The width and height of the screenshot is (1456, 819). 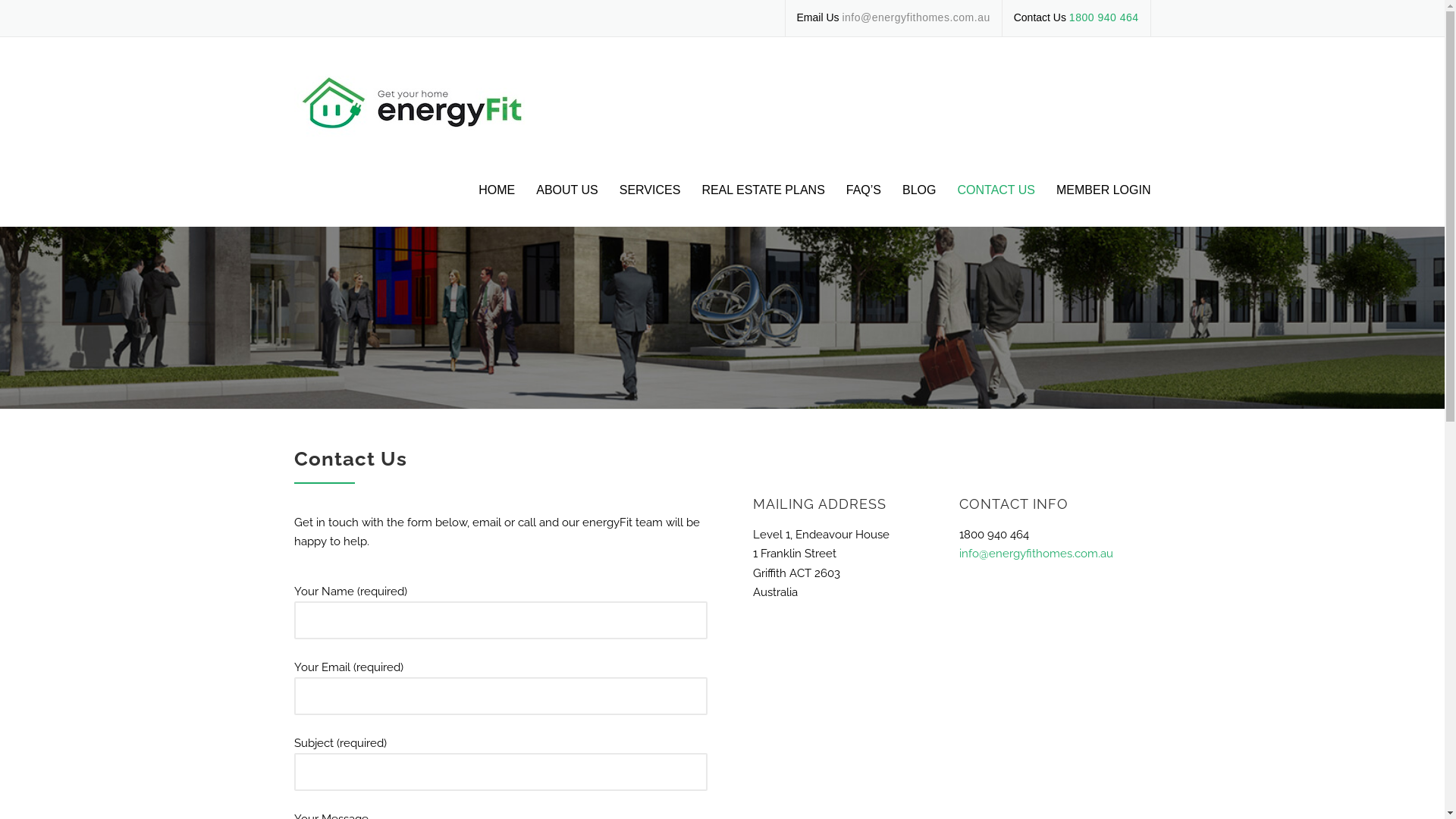 I want to click on 'HOME', so click(x=496, y=202).